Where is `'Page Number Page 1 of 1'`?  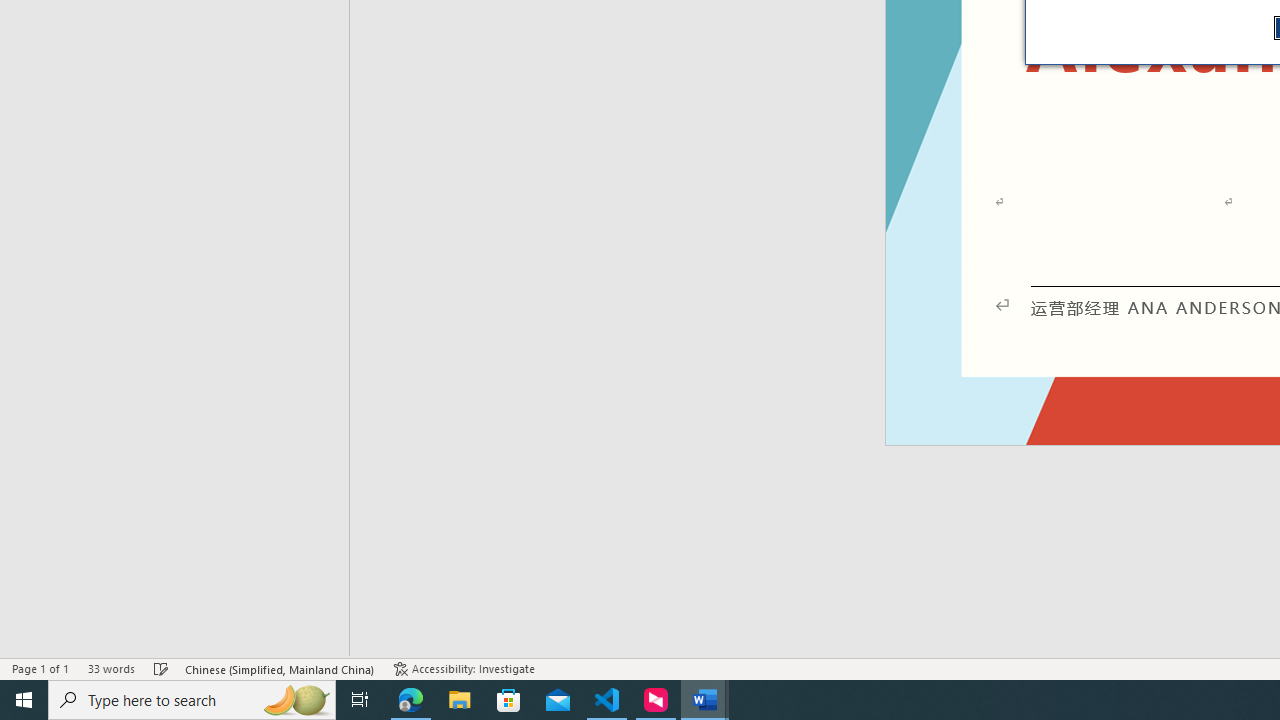
'Page Number Page 1 of 1' is located at coordinates (40, 669).